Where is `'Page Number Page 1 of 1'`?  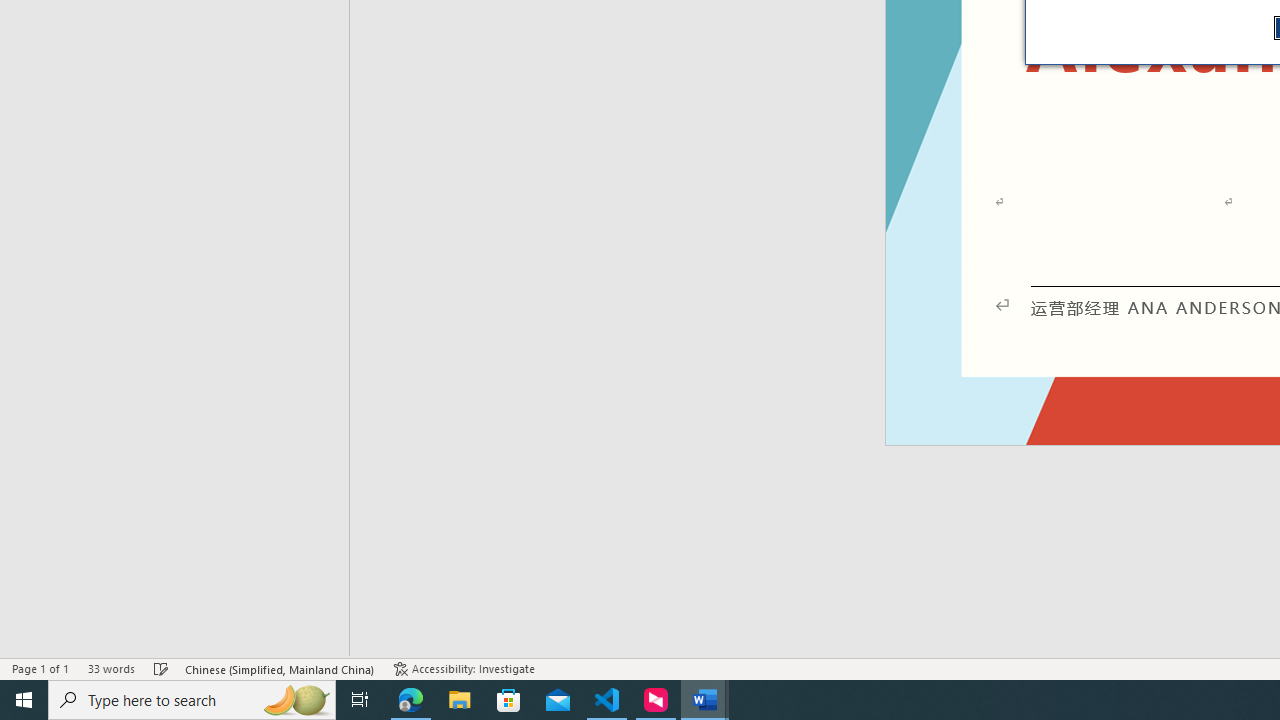
'Page Number Page 1 of 1' is located at coordinates (40, 669).